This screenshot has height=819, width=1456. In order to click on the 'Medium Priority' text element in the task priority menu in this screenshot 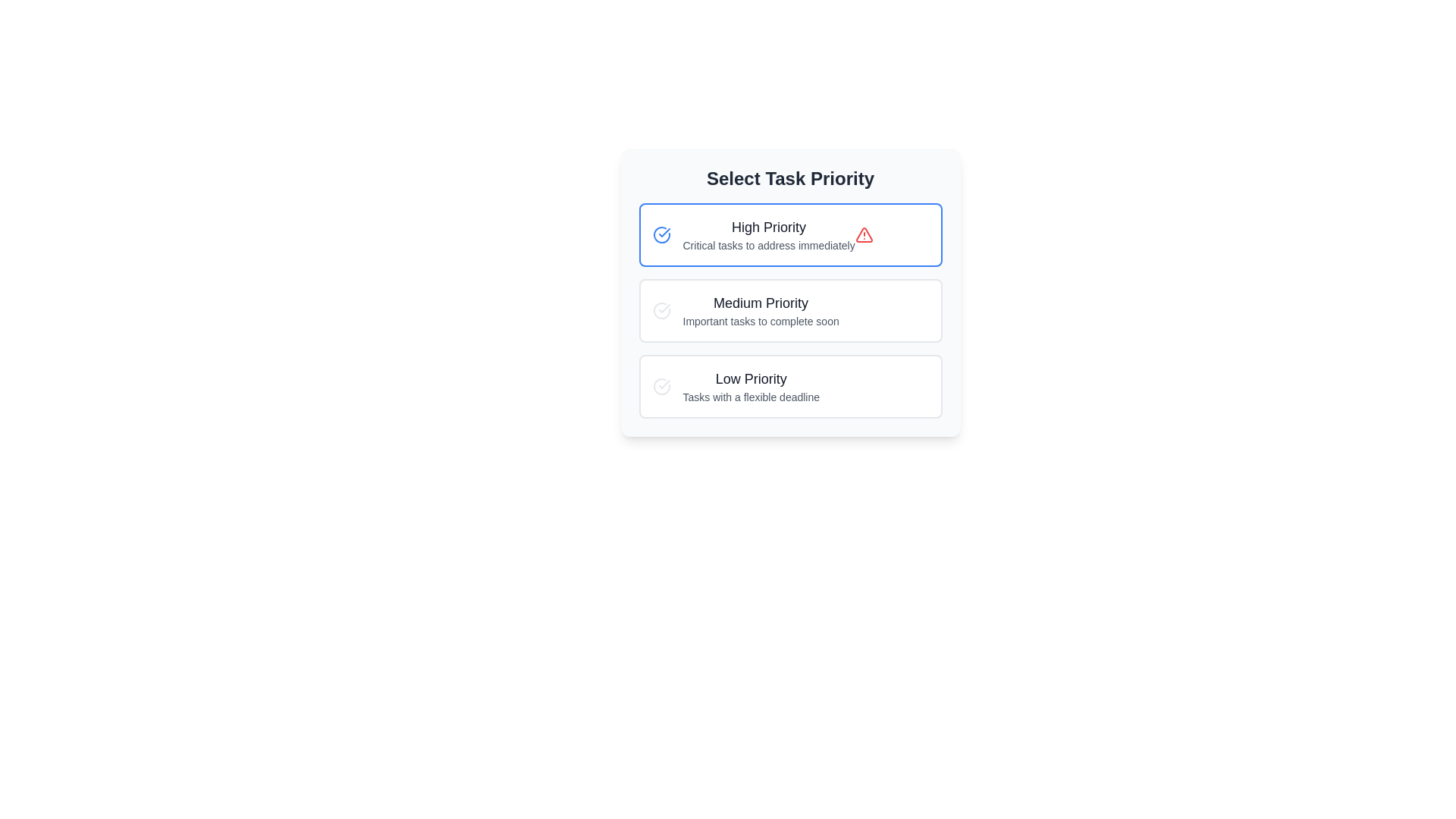, I will do `click(761, 309)`.